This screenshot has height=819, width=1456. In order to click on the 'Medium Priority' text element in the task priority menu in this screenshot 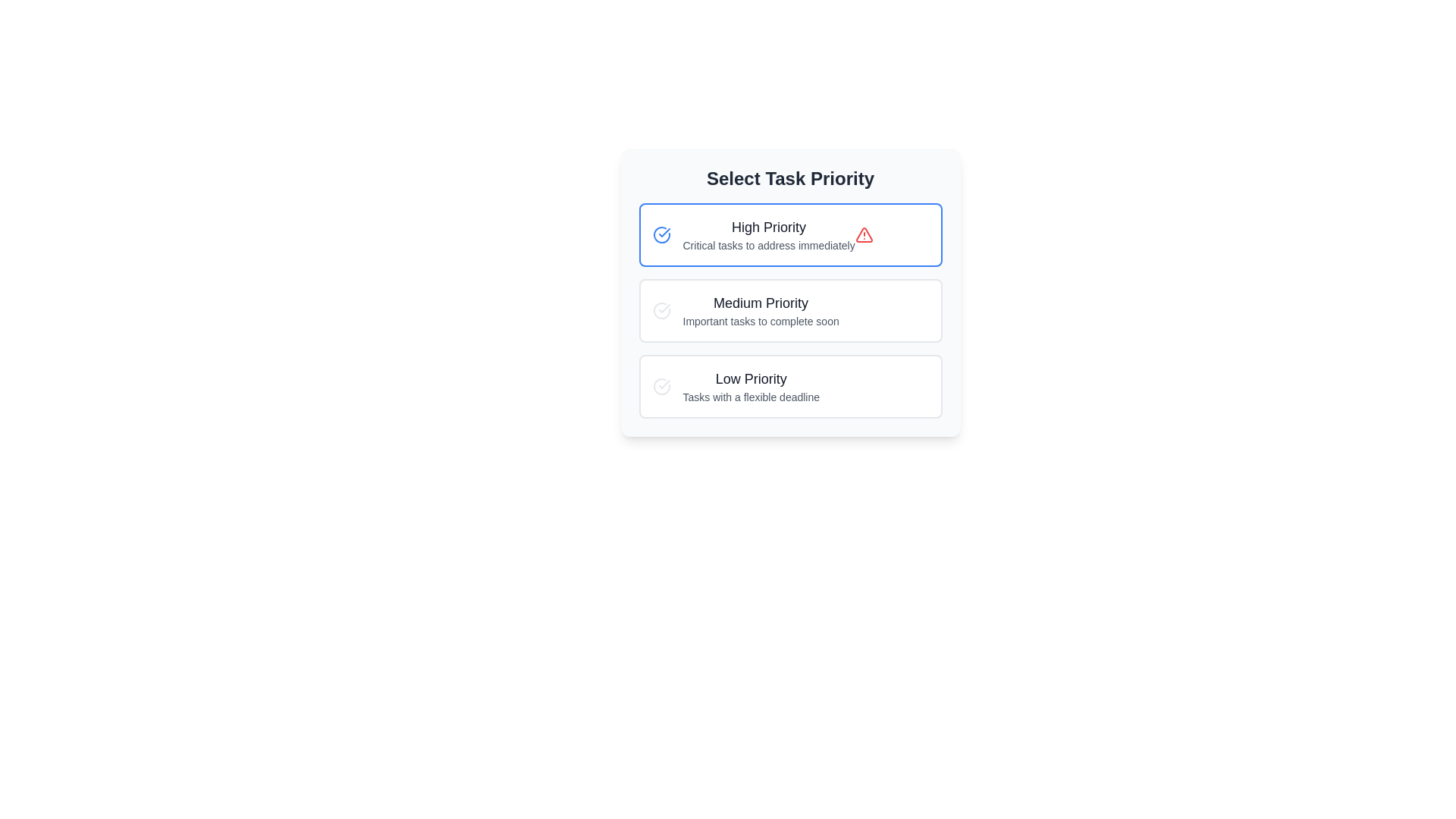, I will do `click(761, 309)`.